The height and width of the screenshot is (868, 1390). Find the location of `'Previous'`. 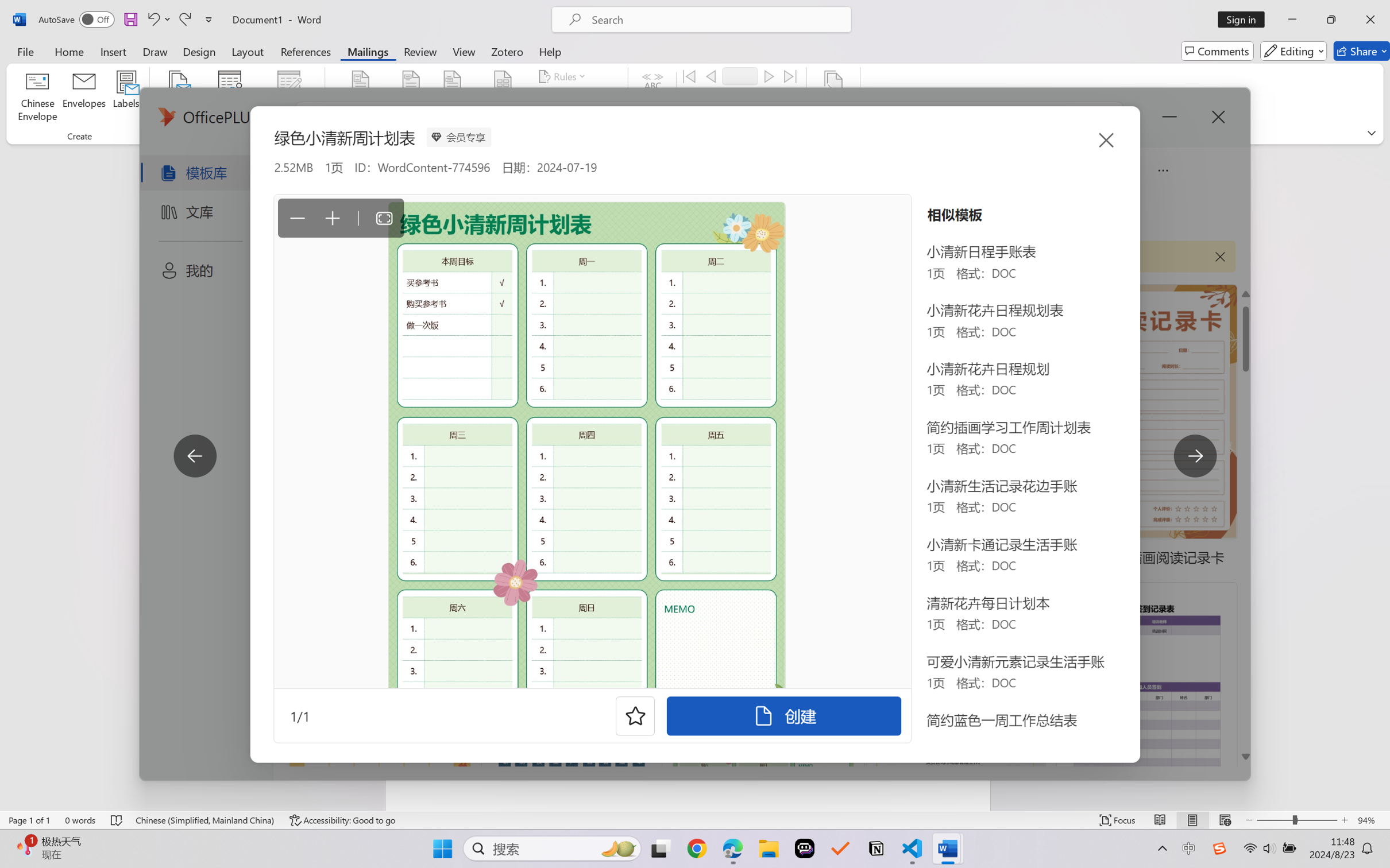

'Previous' is located at coordinates (710, 75).